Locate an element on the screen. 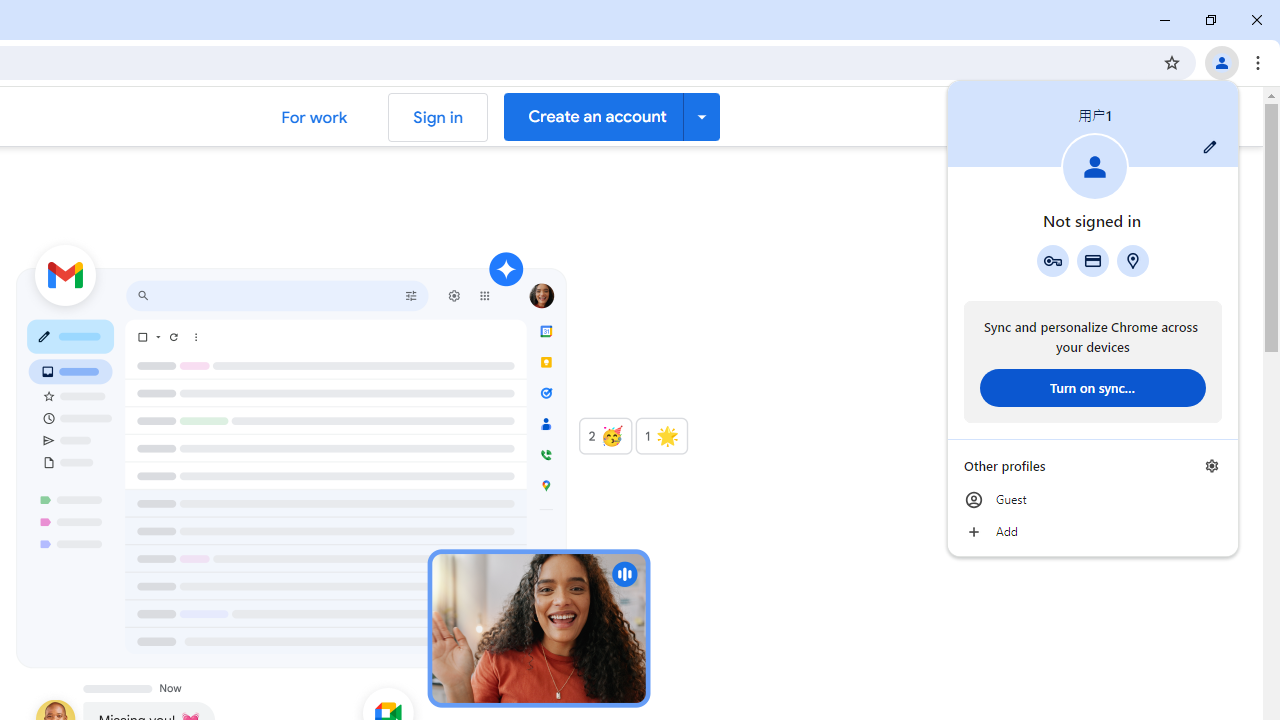  'Manage profiles' is located at coordinates (1211, 465).